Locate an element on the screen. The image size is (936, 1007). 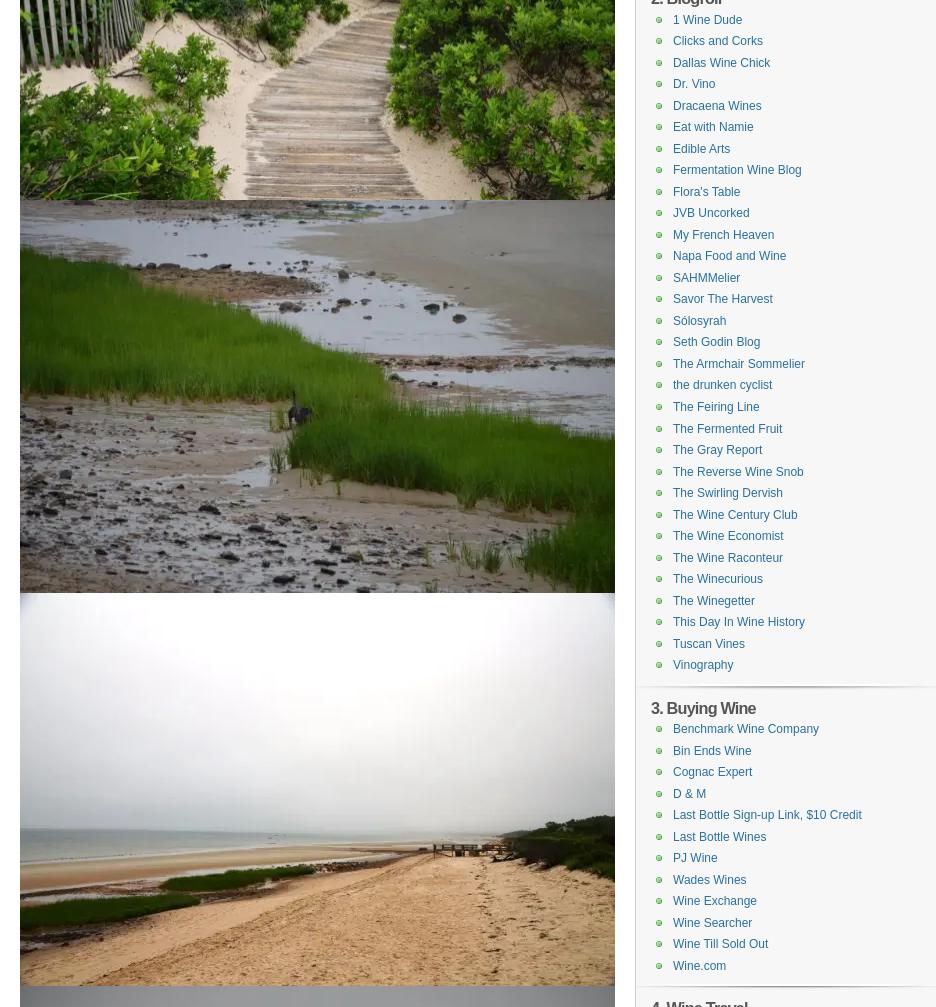
'The Armchair Sommelier' is located at coordinates (737, 363).